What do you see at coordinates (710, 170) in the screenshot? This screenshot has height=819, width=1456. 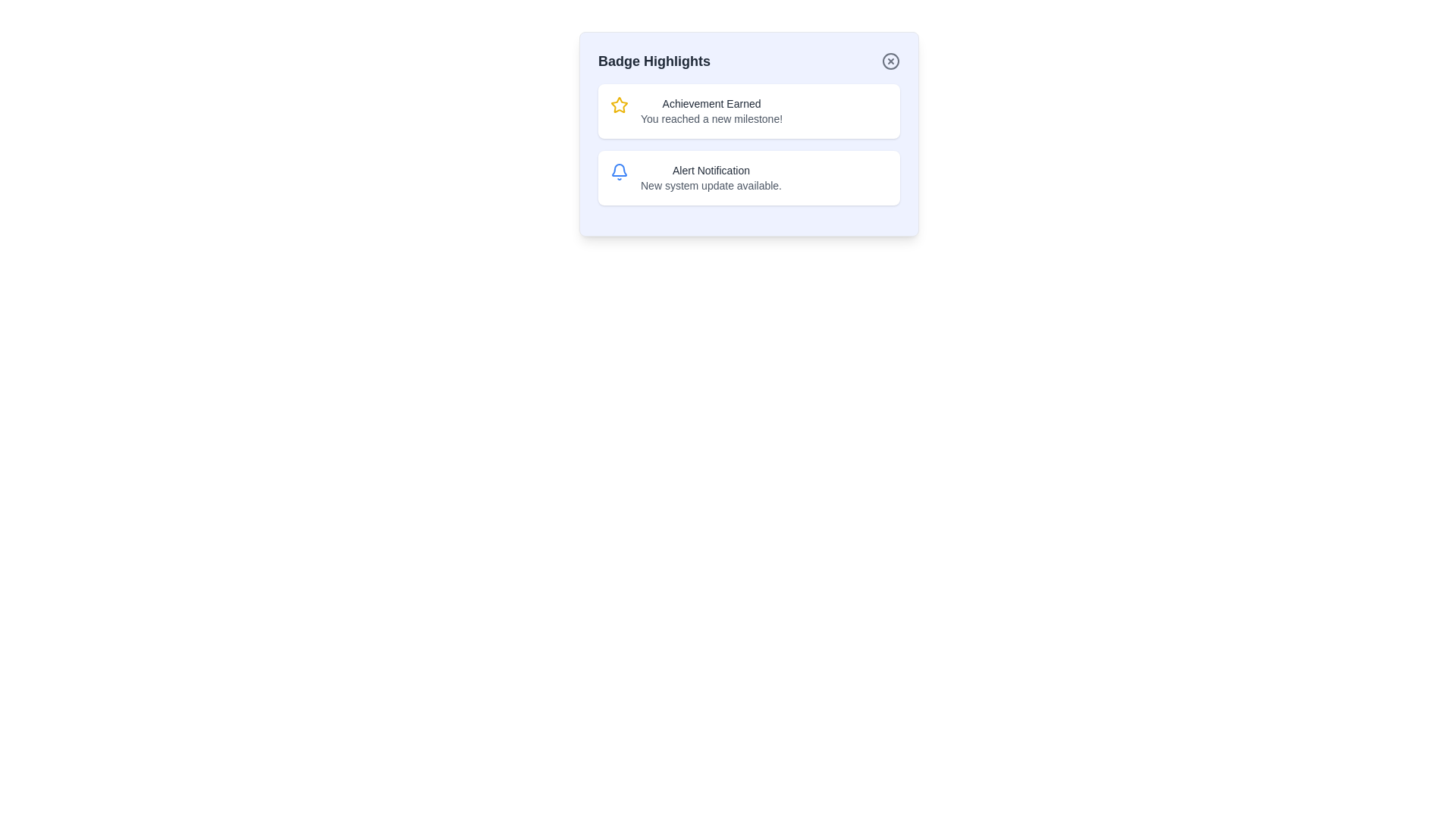 I see `text label located in the second row of the 'Badge Highlights' section, positioned above the sibling element that reads 'New system update available.'` at bounding box center [710, 170].